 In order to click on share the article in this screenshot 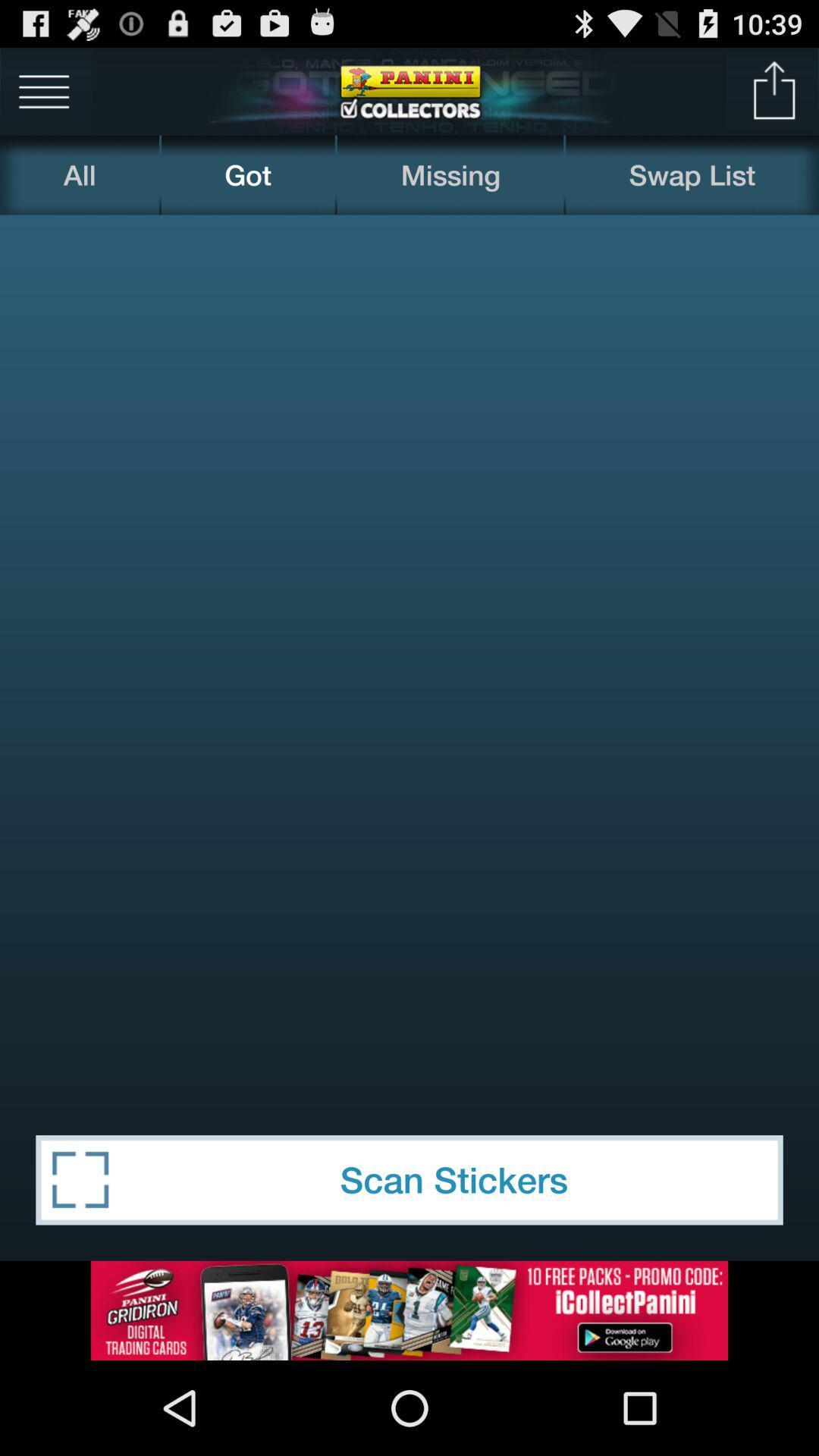, I will do `click(774, 90)`.